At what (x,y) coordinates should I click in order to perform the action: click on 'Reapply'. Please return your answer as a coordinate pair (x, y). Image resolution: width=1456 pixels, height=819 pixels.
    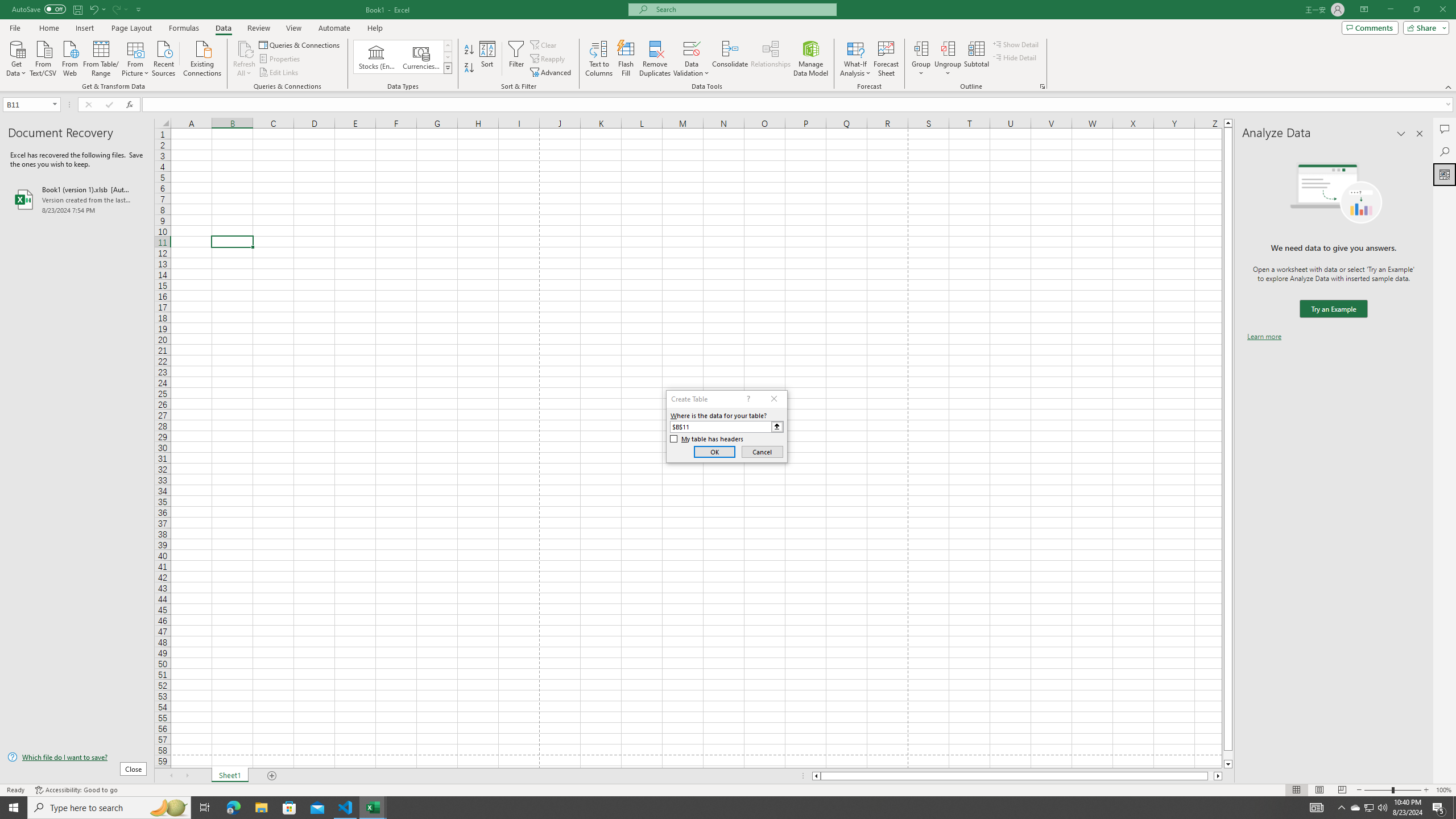
    Looking at the image, I should click on (549, 59).